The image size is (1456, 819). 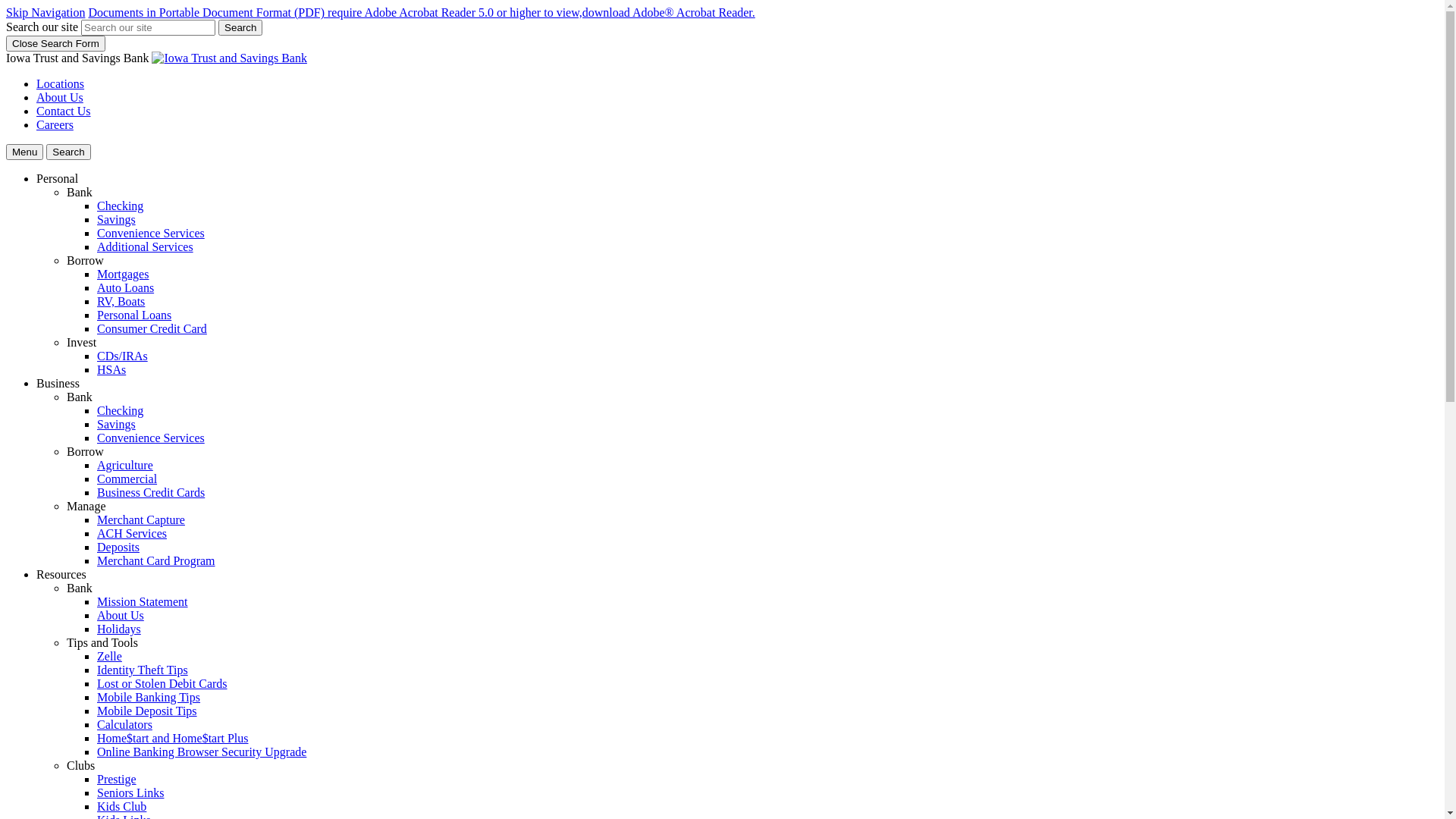 I want to click on 'RV, Boats', so click(x=96, y=301).